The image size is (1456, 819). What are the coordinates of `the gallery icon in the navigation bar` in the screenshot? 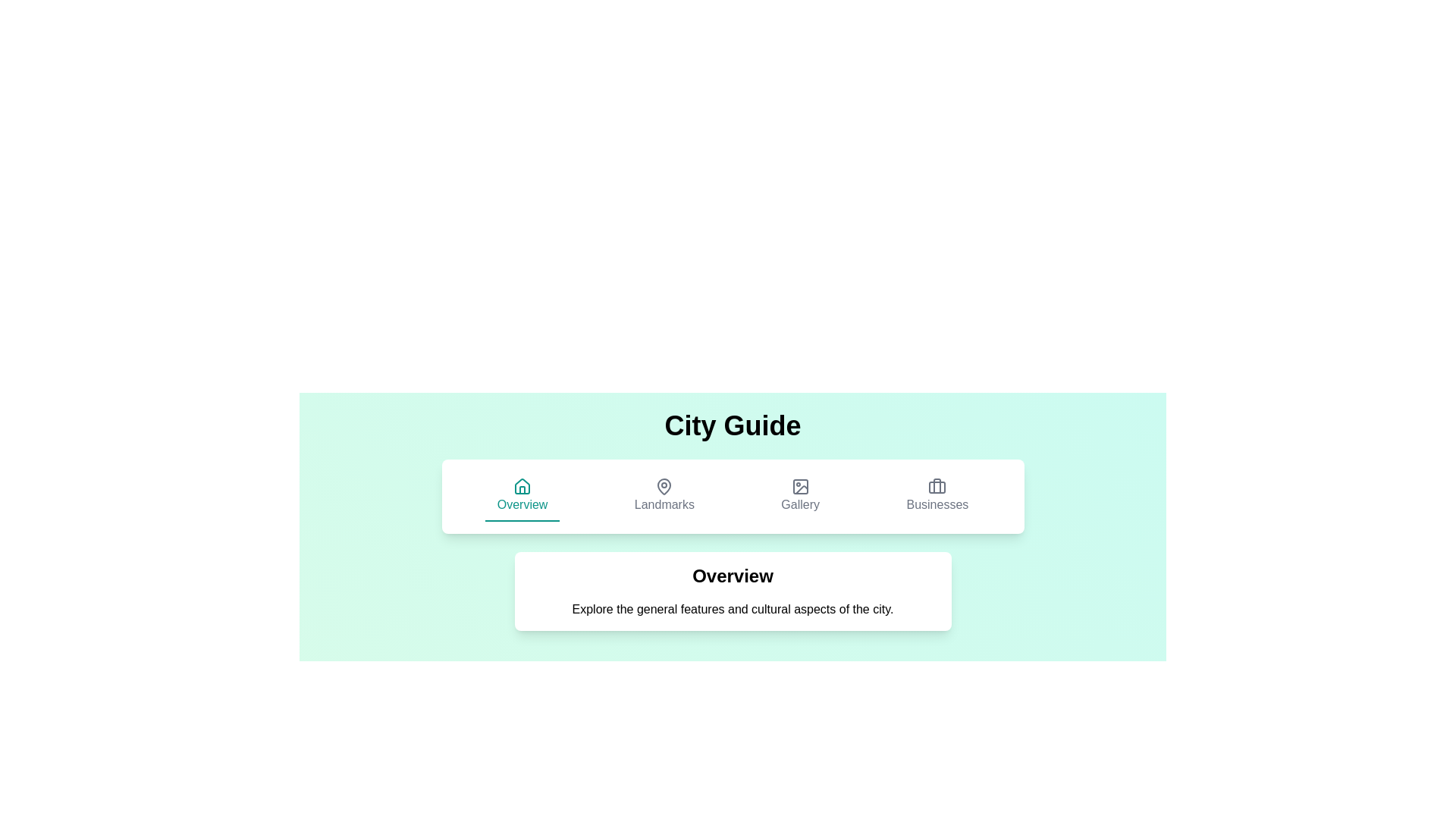 It's located at (799, 486).